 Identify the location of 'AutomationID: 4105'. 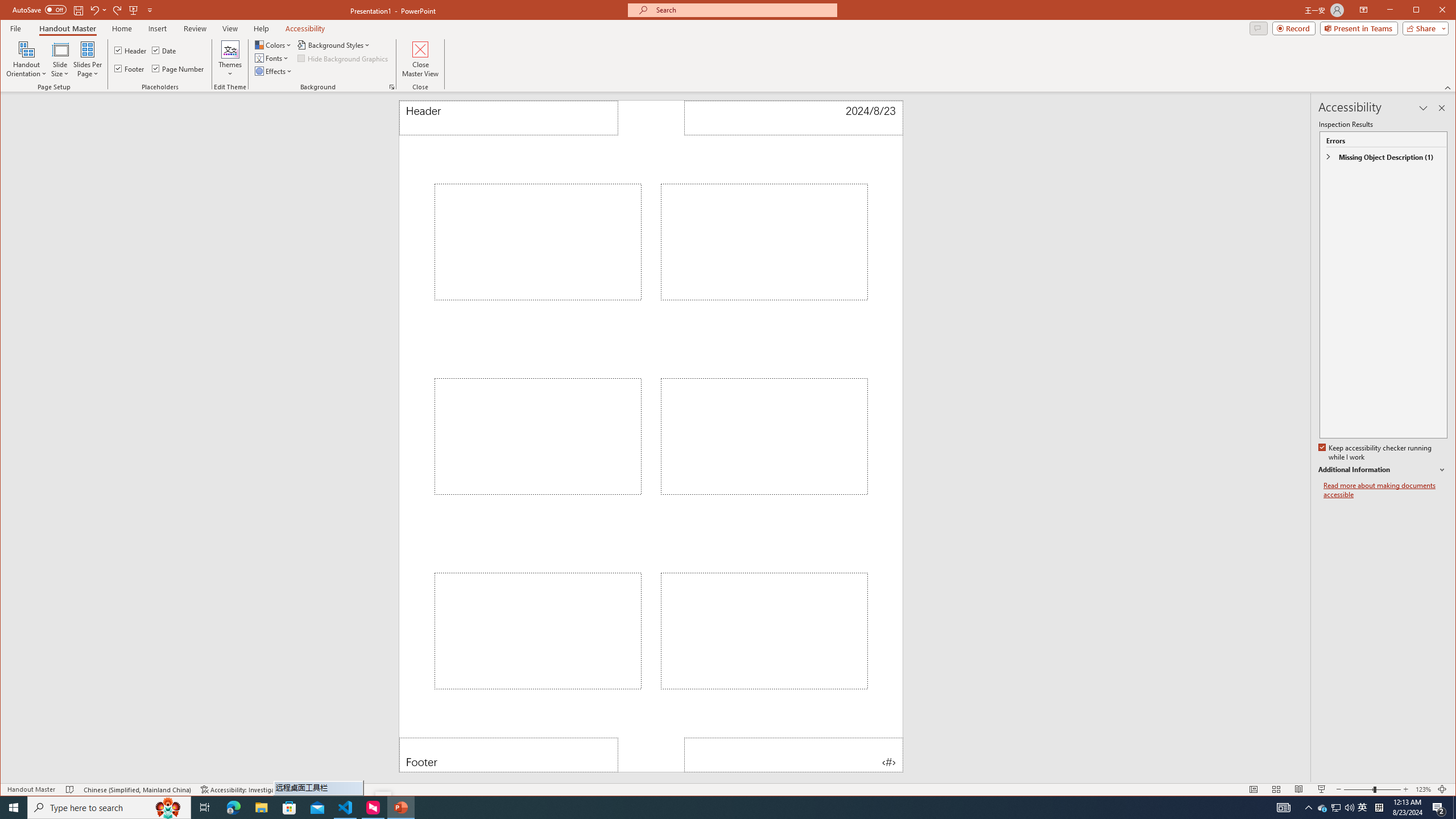
(1283, 806).